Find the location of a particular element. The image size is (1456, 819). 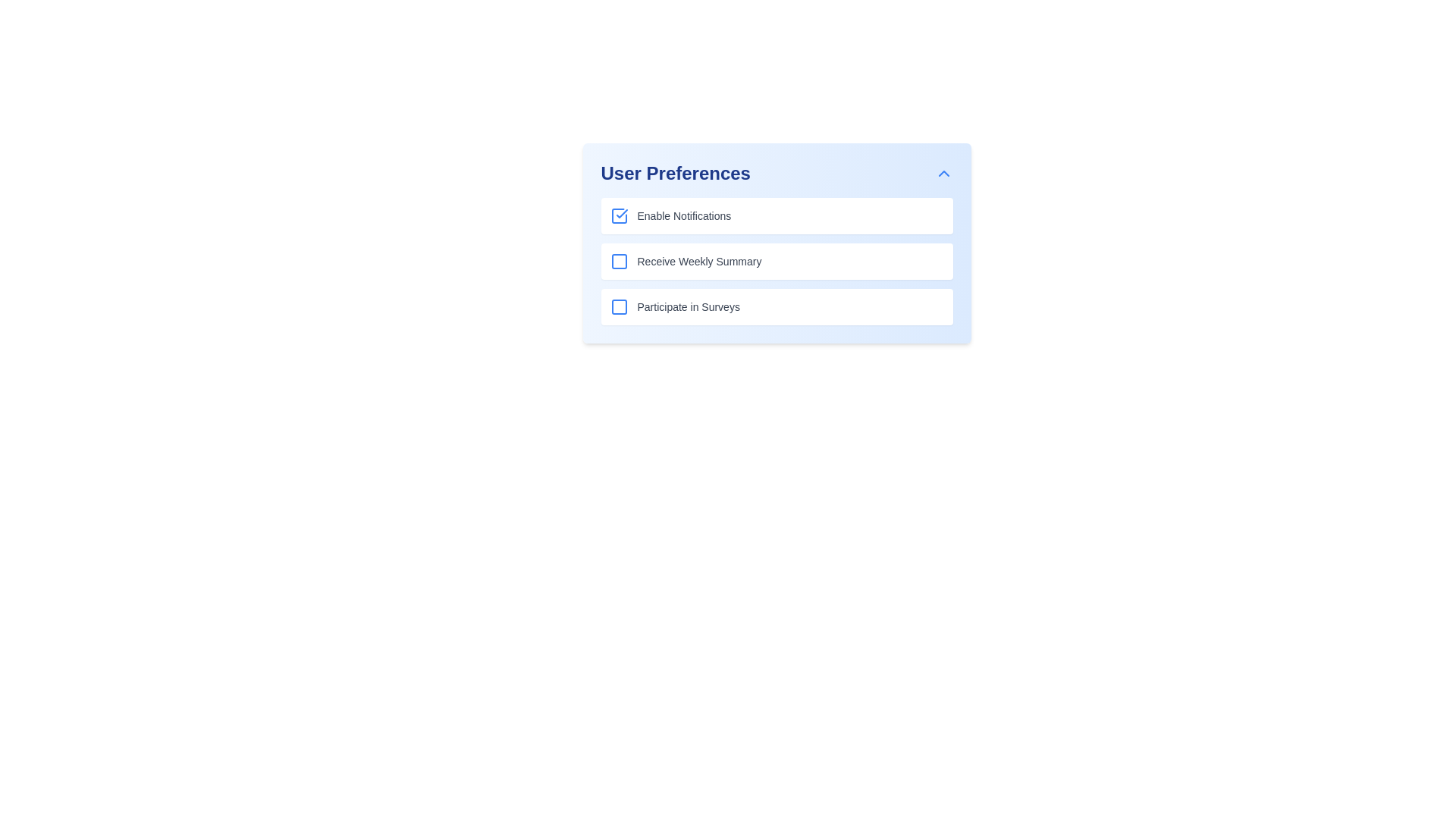

the blue checkbox with a checkmark located to the left of the 'Enable Notifications' label in the 'User Preferences' section is located at coordinates (619, 216).